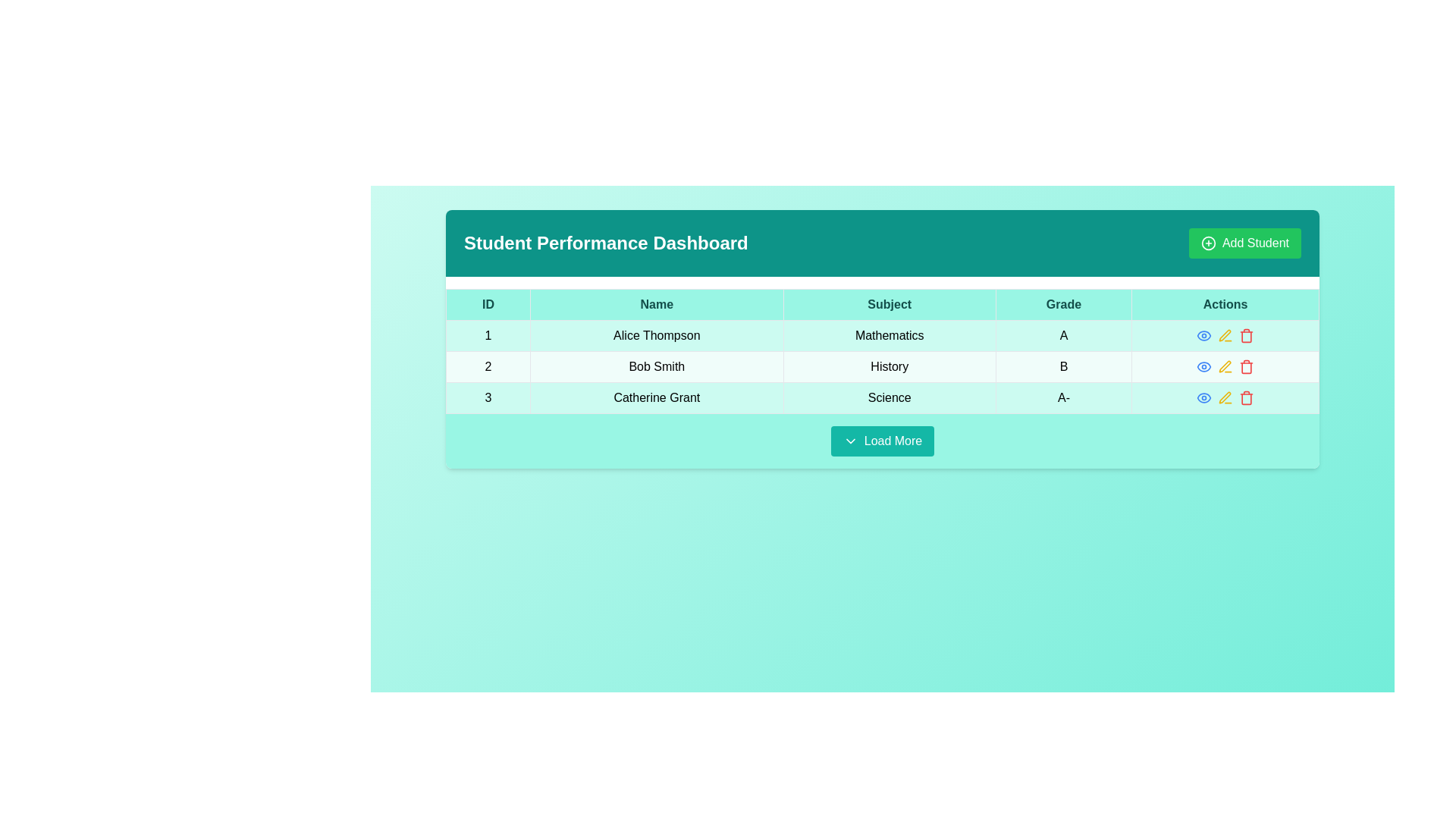 The height and width of the screenshot is (819, 1456). Describe the element at coordinates (890, 304) in the screenshot. I see `the 'Subject' text header, which is a bold header centered in its cell and part of the table header under the main dashboard title` at that location.